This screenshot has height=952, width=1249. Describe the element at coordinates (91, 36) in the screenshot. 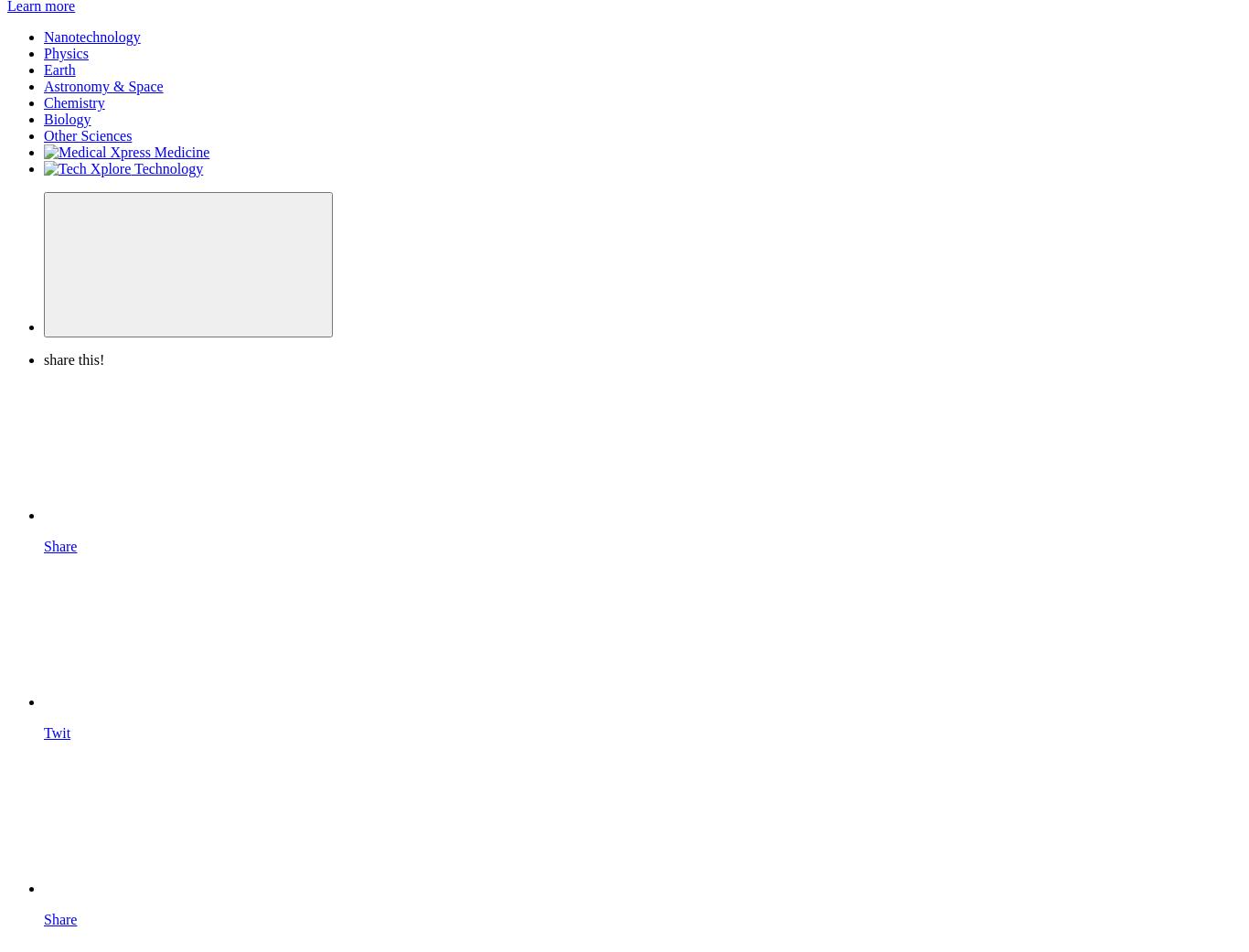

I see `'Nanotechnology'` at that location.